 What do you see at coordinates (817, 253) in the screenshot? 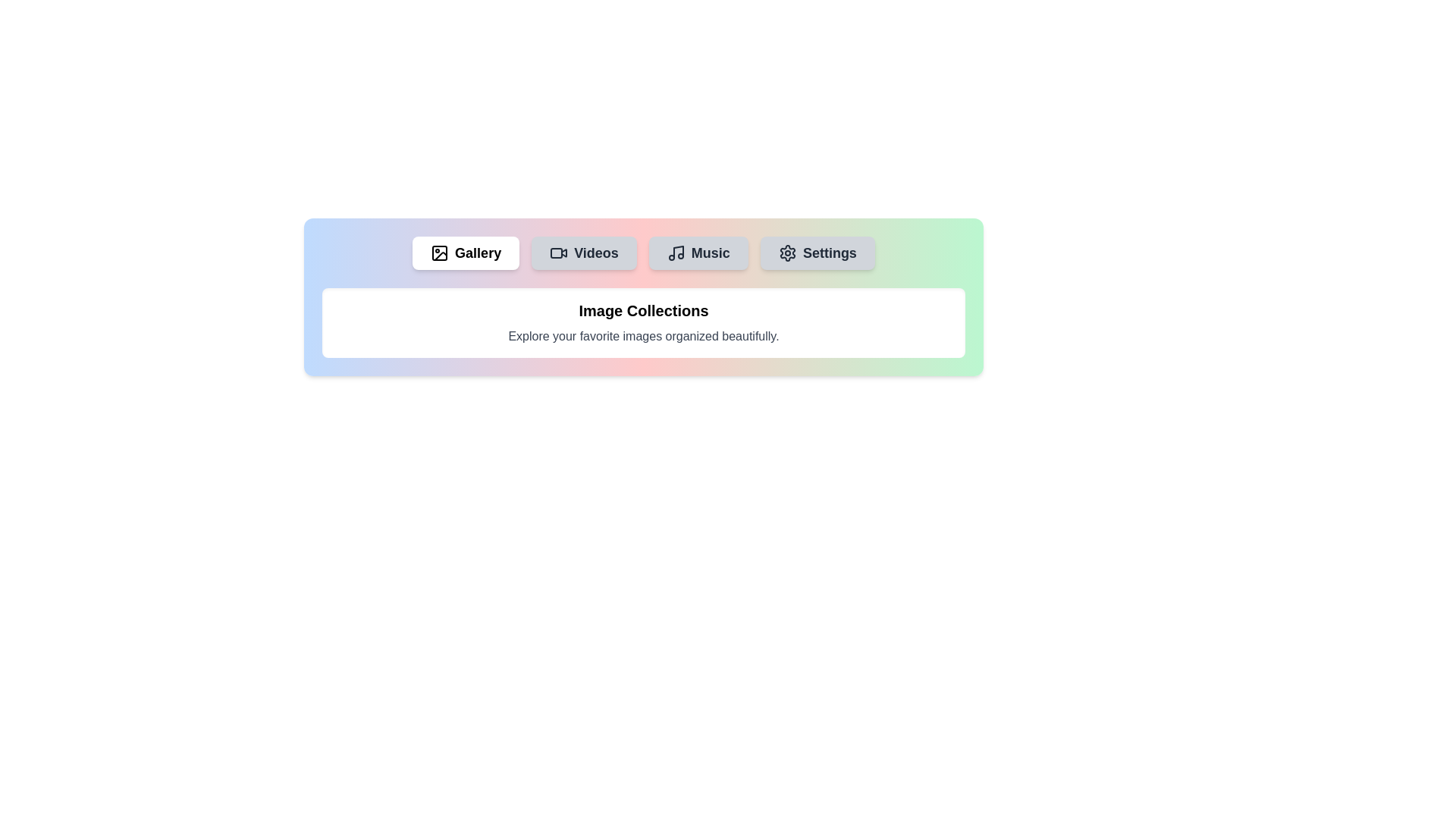
I see `the tab labeled Settings` at bounding box center [817, 253].